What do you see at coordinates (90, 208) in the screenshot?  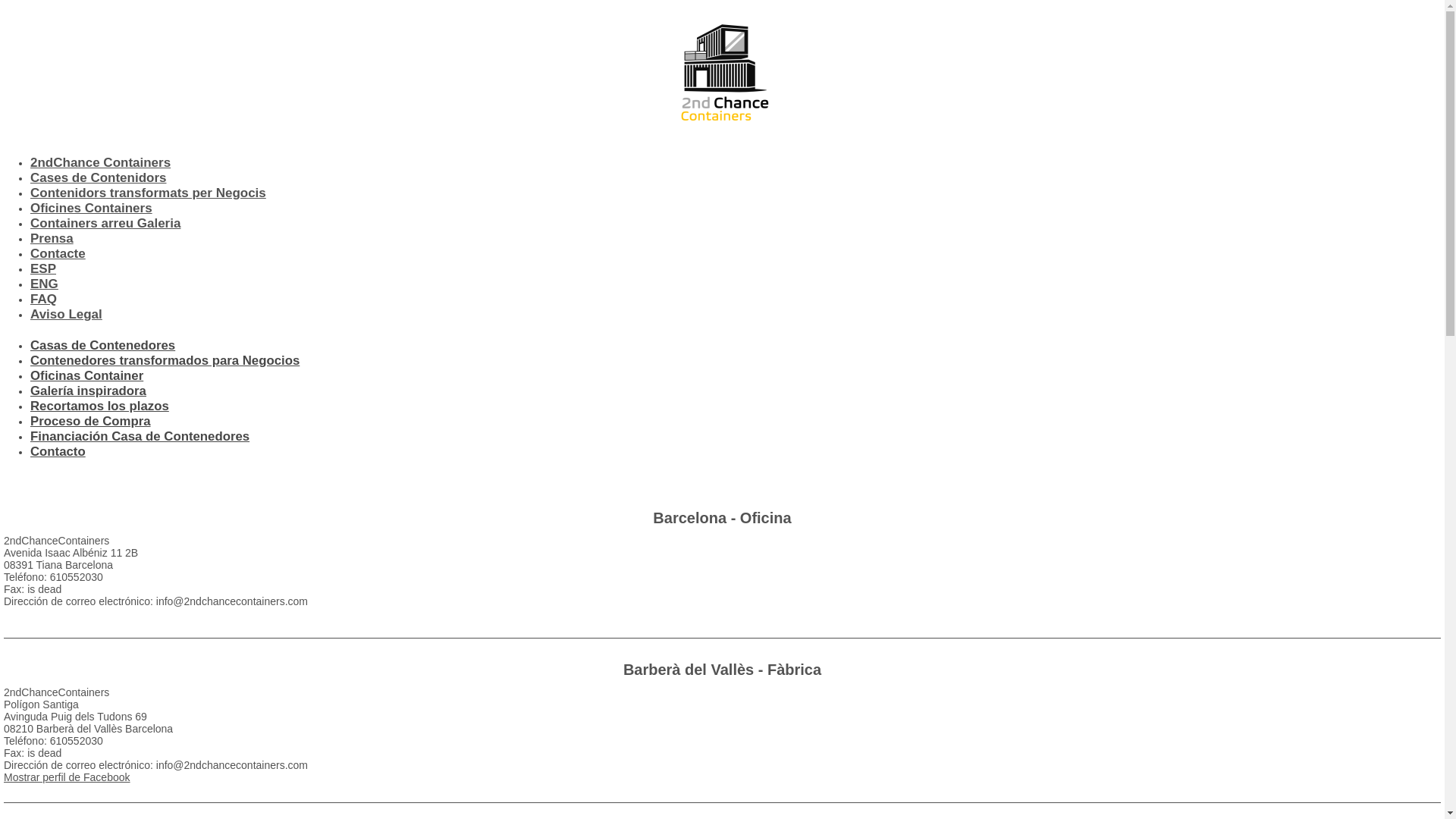 I see `'Oficines Containers'` at bounding box center [90, 208].